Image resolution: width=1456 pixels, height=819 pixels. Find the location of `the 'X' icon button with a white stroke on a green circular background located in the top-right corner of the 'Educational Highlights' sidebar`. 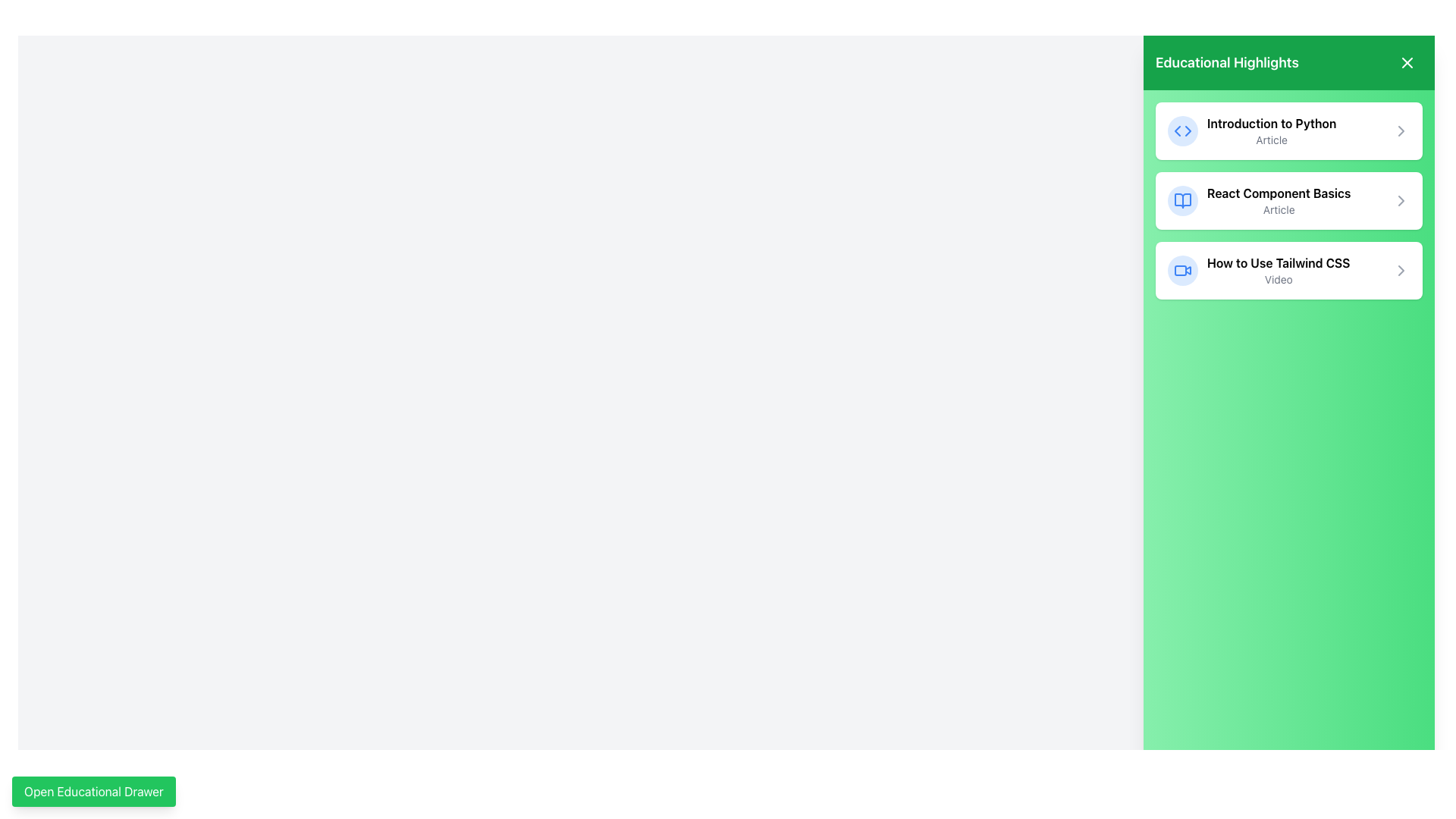

the 'X' icon button with a white stroke on a green circular background located in the top-right corner of the 'Educational Highlights' sidebar is located at coordinates (1407, 62).